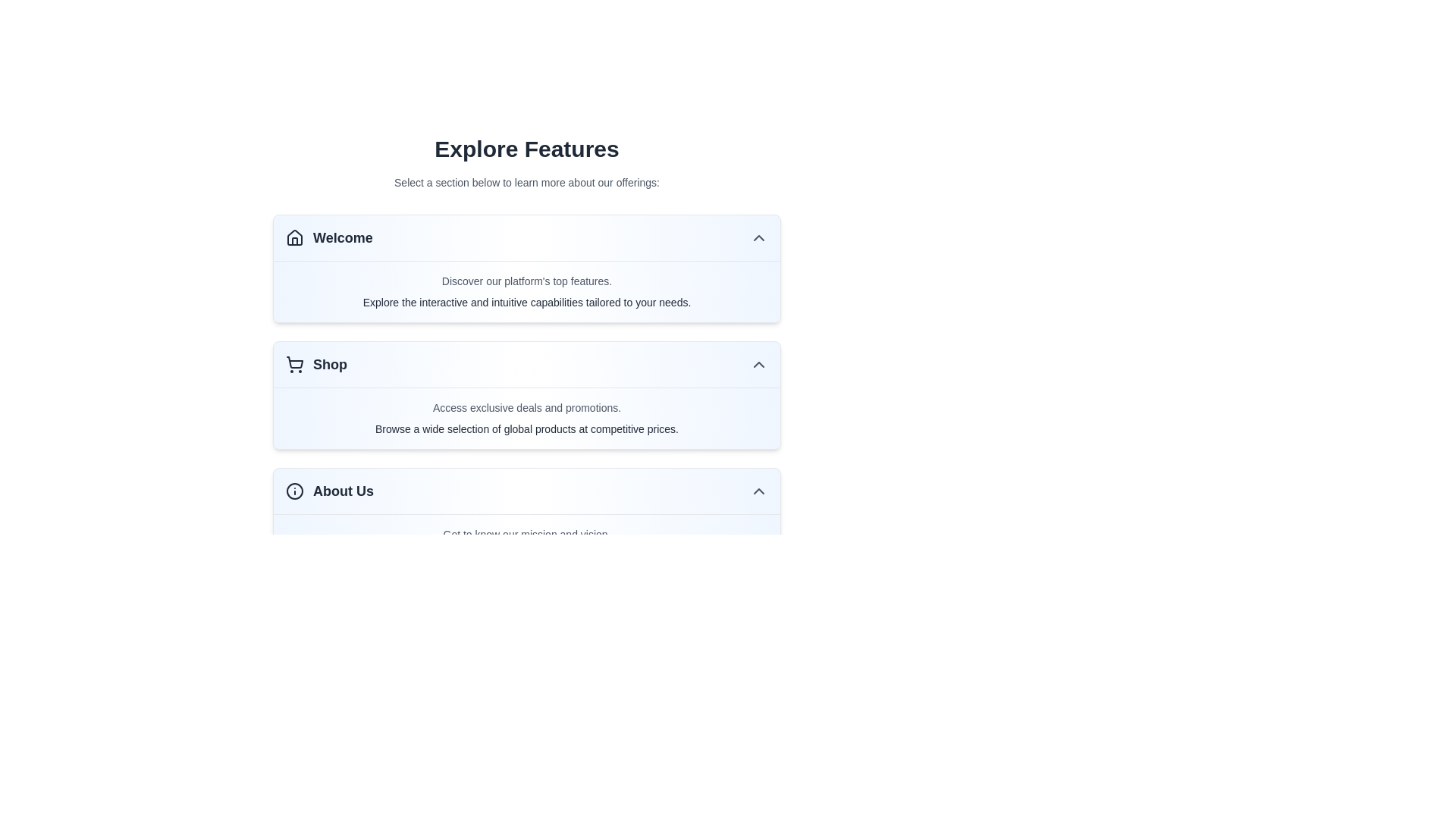 The height and width of the screenshot is (819, 1456). Describe the element at coordinates (294, 365) in the screenshot. I see `the shopping cart icon, which is styled with a modern outline design and is black in color, located under the 'Explore Features' heading, next to the 'Shop' label` at that location.